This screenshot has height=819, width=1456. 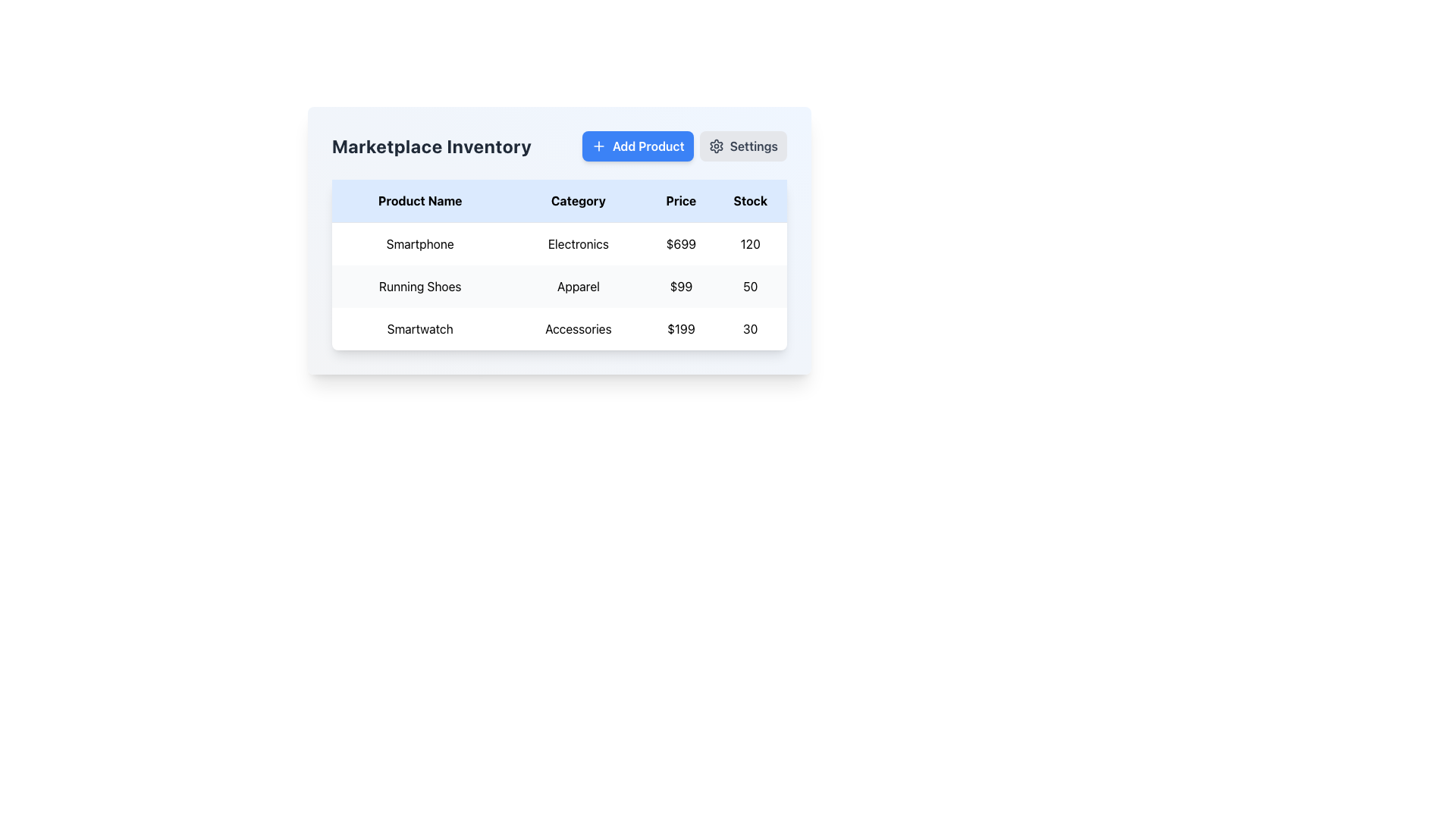 What do you see at coordinates (683, 146) in the screenshot?
I see `the 'Add Product' button located in the top right of the 'Marketplace Inventory' panel` at bounding box center [683, 146].